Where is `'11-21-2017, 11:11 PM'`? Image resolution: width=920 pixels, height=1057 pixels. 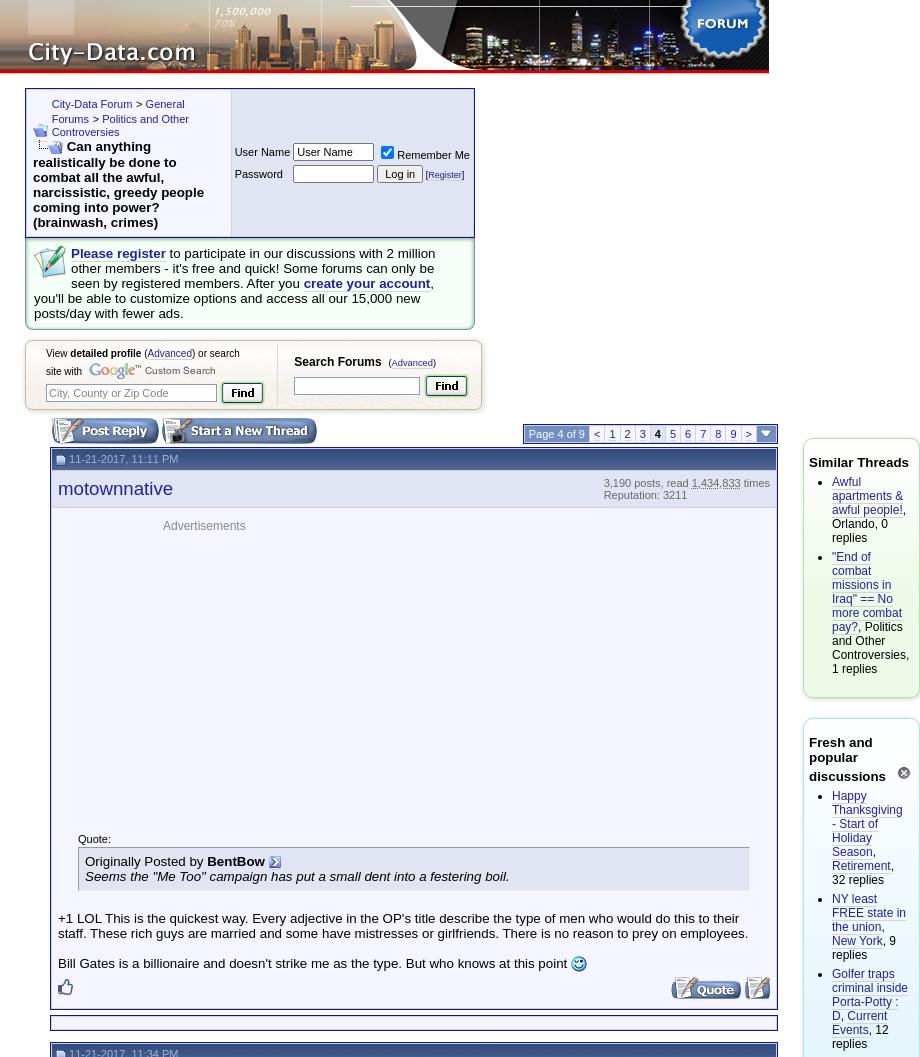 '11-21-2017, 11:11 PM' is located at coordinates (120, 457).